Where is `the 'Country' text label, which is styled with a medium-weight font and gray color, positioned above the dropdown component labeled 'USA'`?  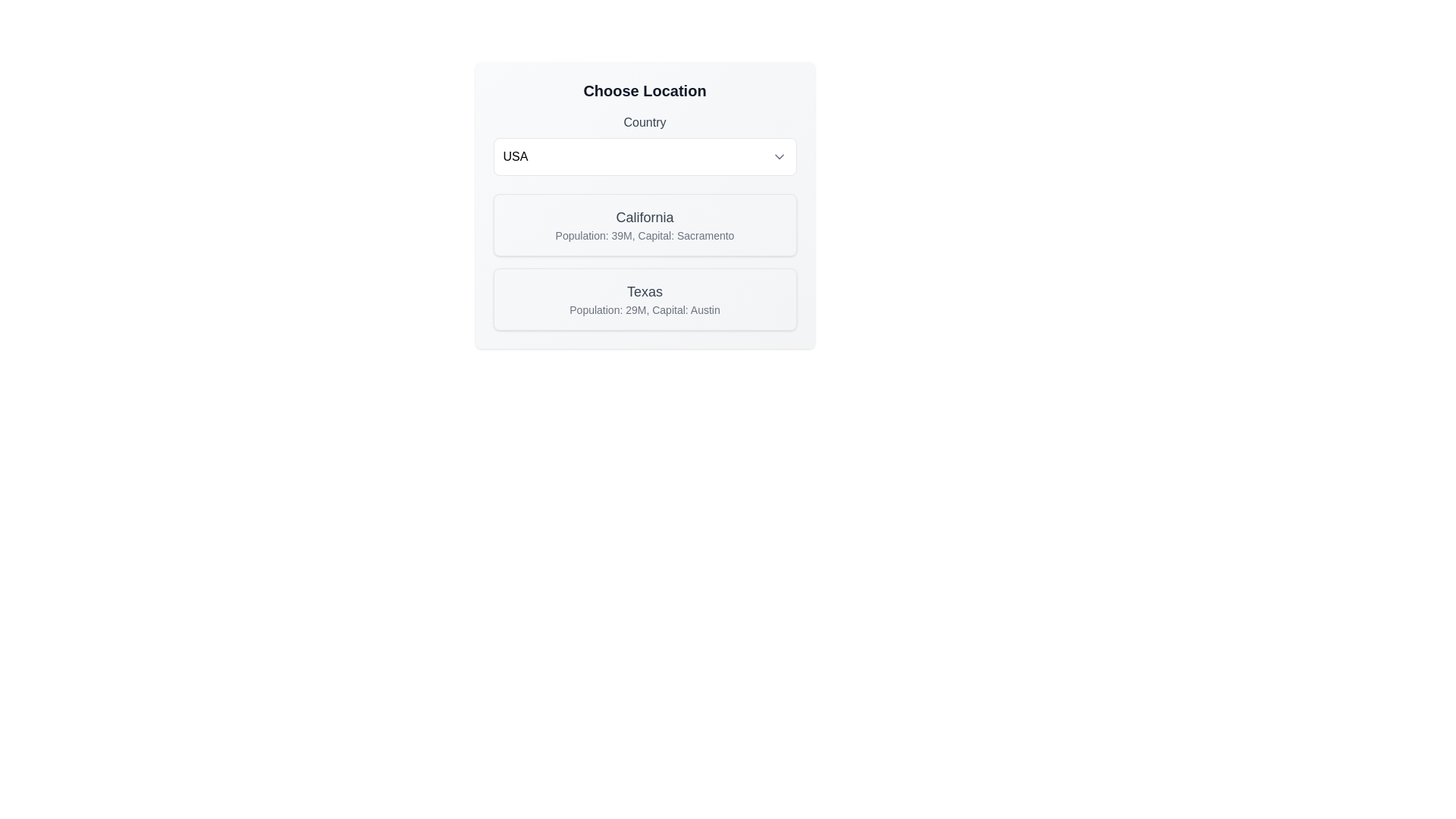
the 'Country' text label, which is styled with a medium-weight font and gray color, positioned above the dropdown component labeled 'USA' is located at coordinates (645, 122).